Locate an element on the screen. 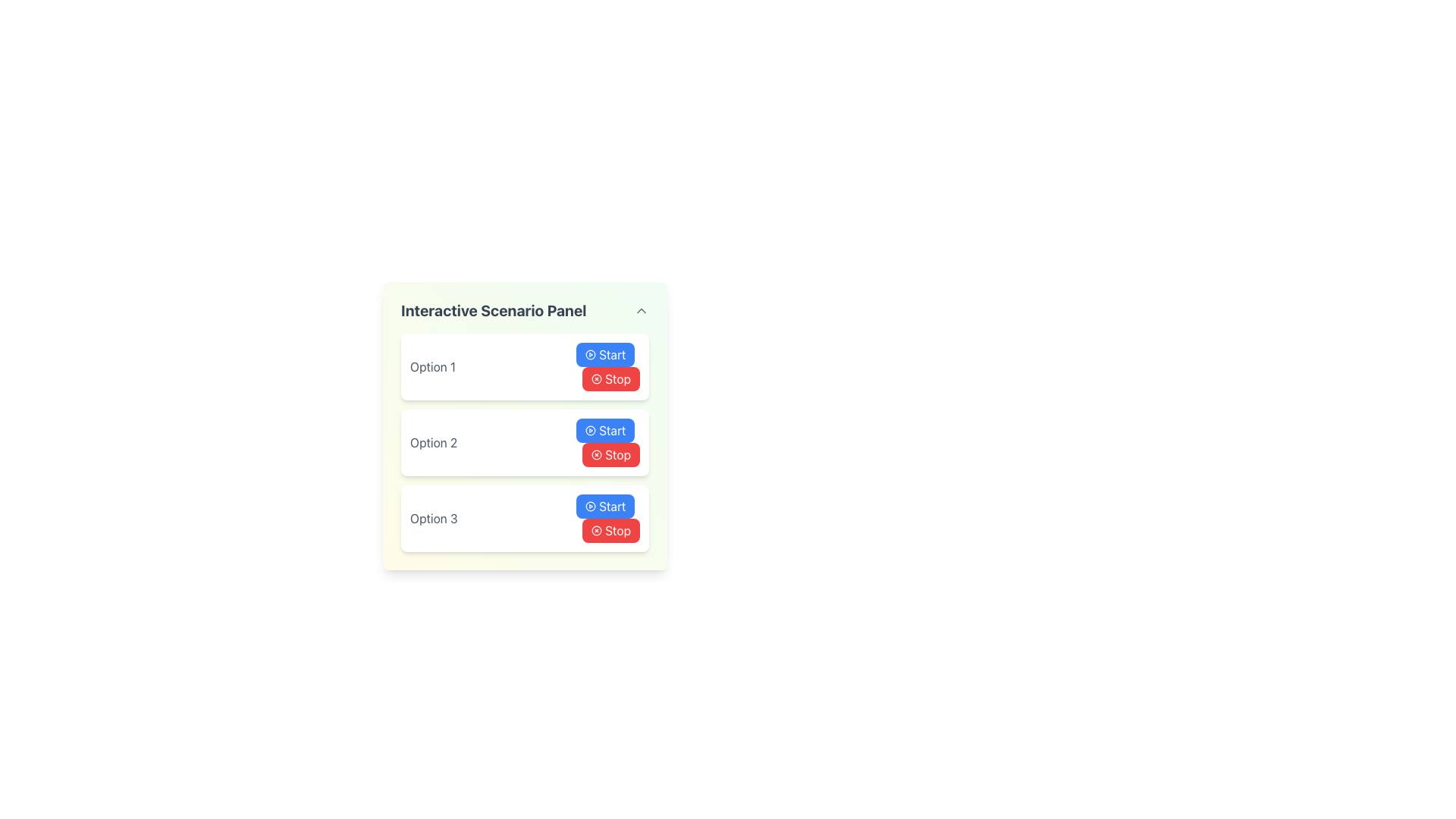 Image resolution: width=1456 pixels, height=819 pixels. the dropdown arrow icon on the header labeled 'Interactive Scenario Panel' is located at coordinates (525, 309).